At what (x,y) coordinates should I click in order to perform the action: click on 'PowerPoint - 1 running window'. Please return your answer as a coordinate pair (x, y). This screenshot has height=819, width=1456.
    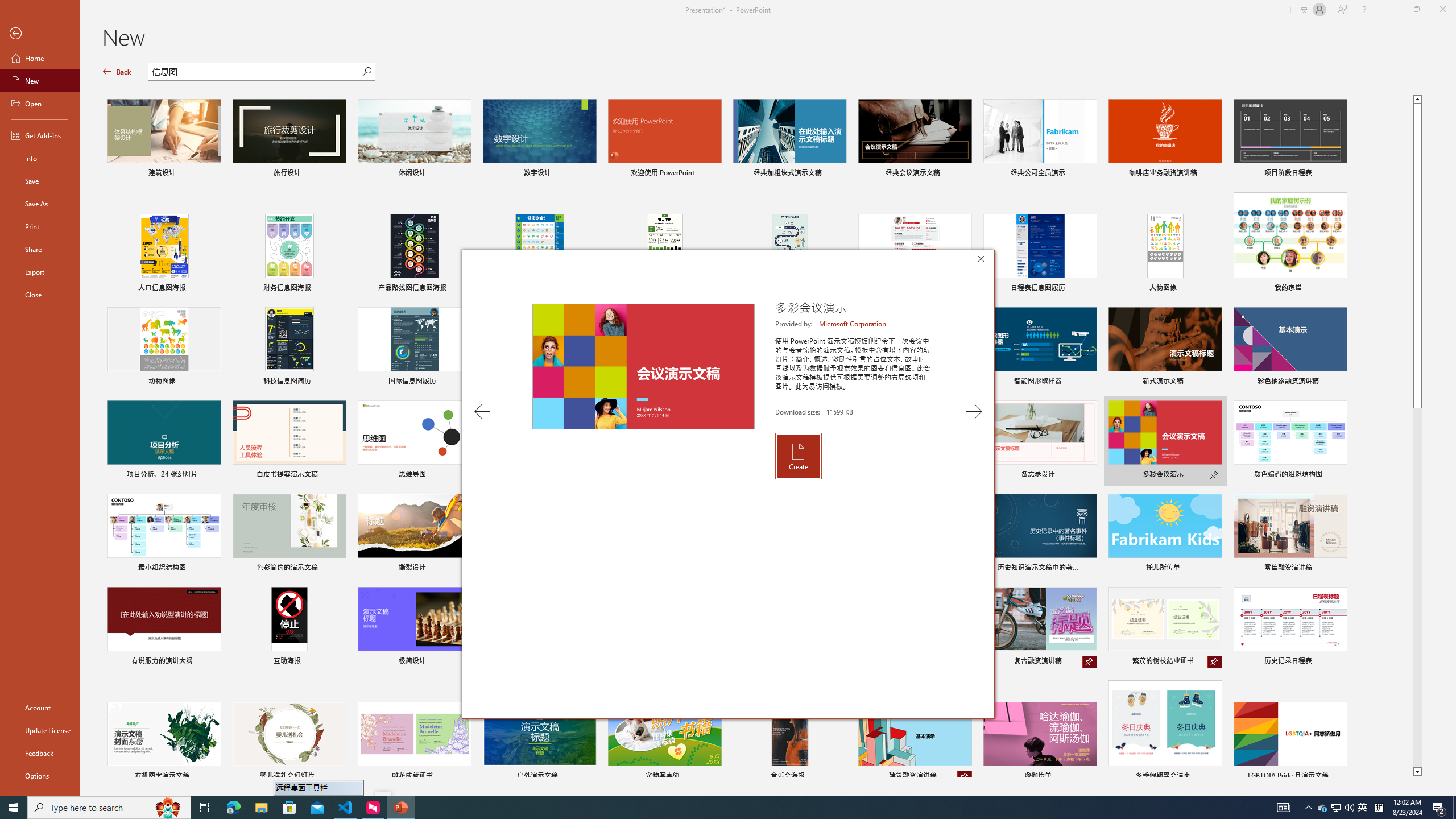
    Looking at the image, I should click on (401, 806).